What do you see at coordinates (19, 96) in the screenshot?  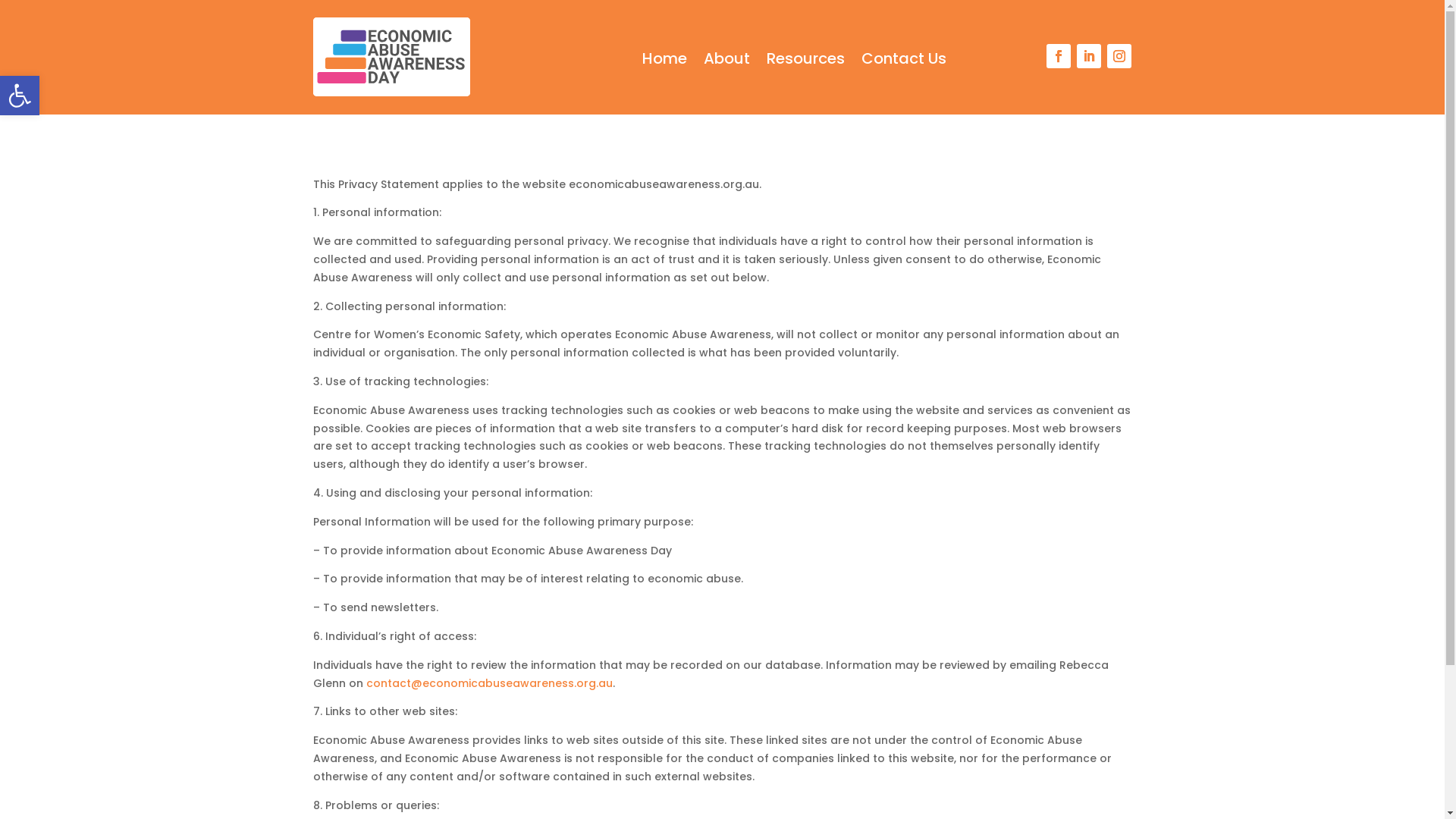 I see `'Open toolbar` at bounding box center [19, 96].